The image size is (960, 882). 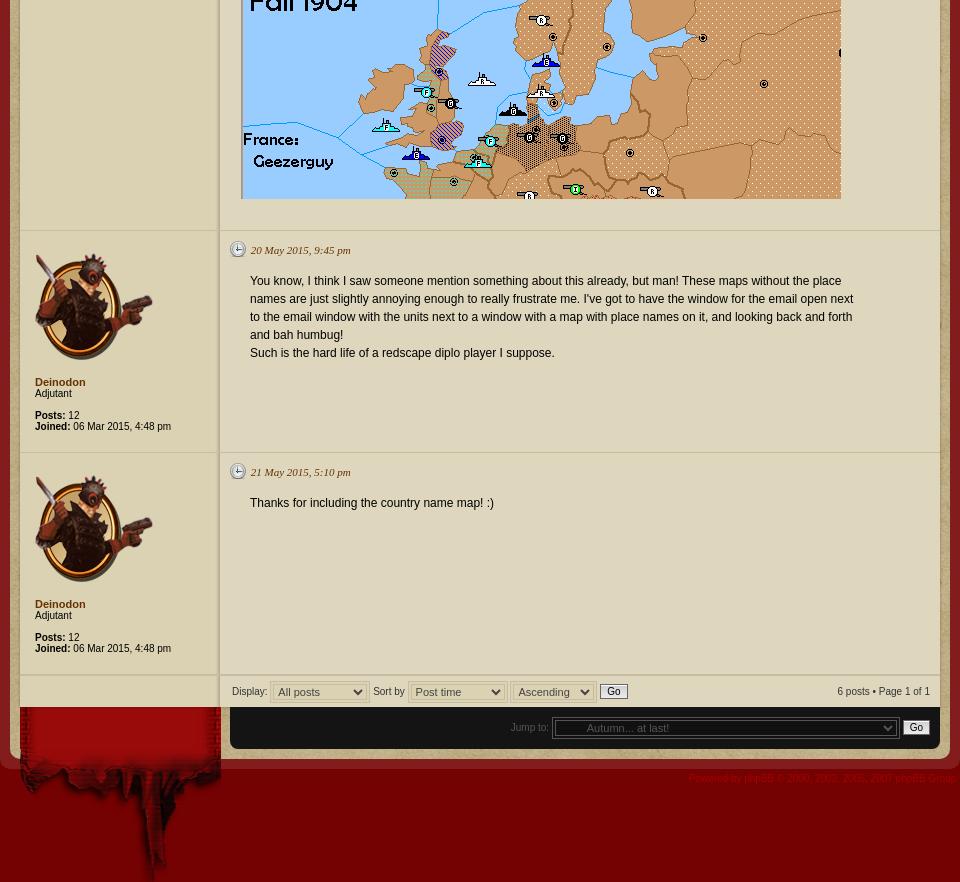 I want to click on '© 2000, 2002, 2005, 2007 phpBB Group', so click(x=865, y=777).